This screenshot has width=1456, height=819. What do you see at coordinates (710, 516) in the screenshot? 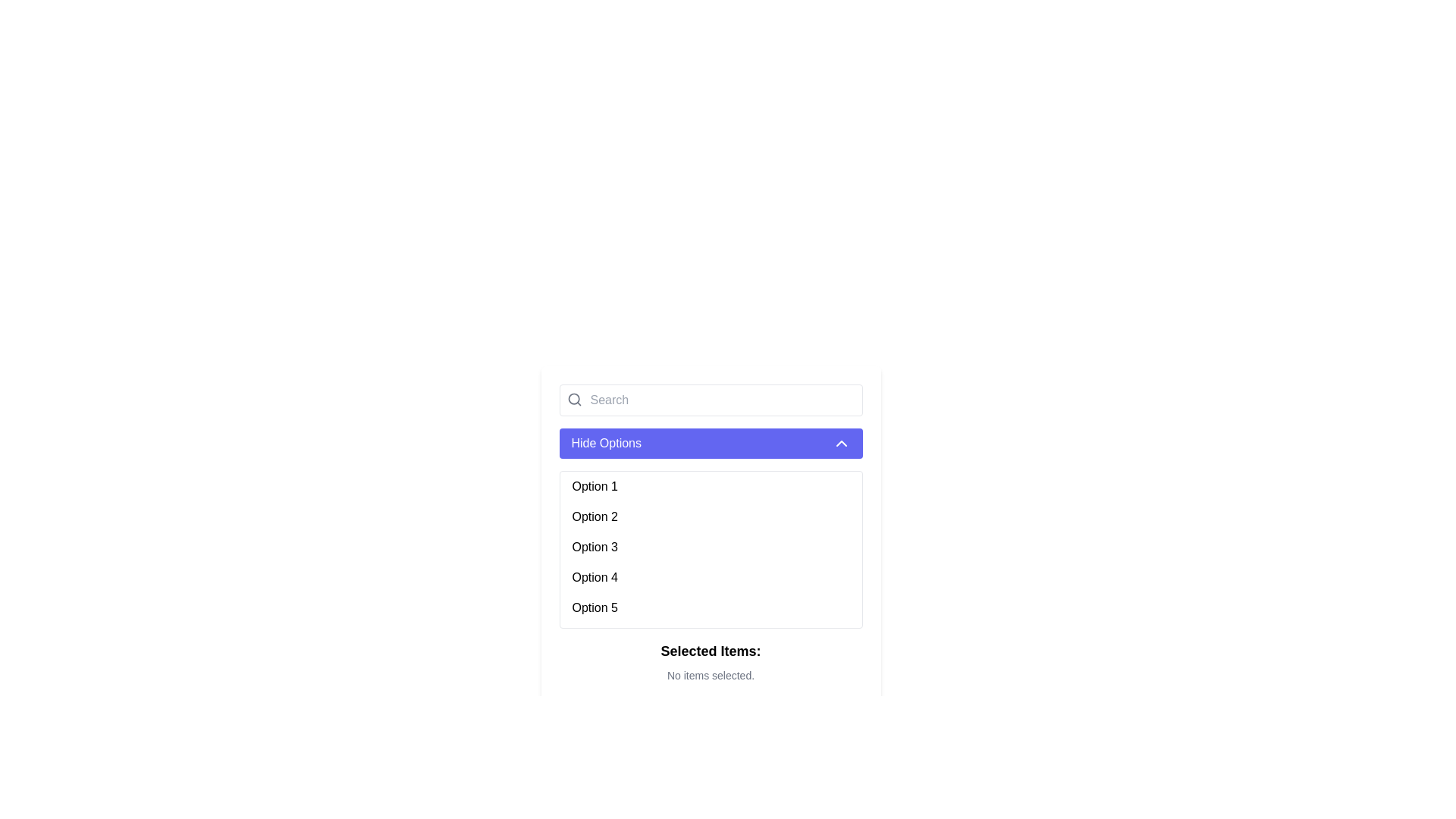
I see `the 'Option 2' element in the dropdown menu` at bounding box center [710, 516].